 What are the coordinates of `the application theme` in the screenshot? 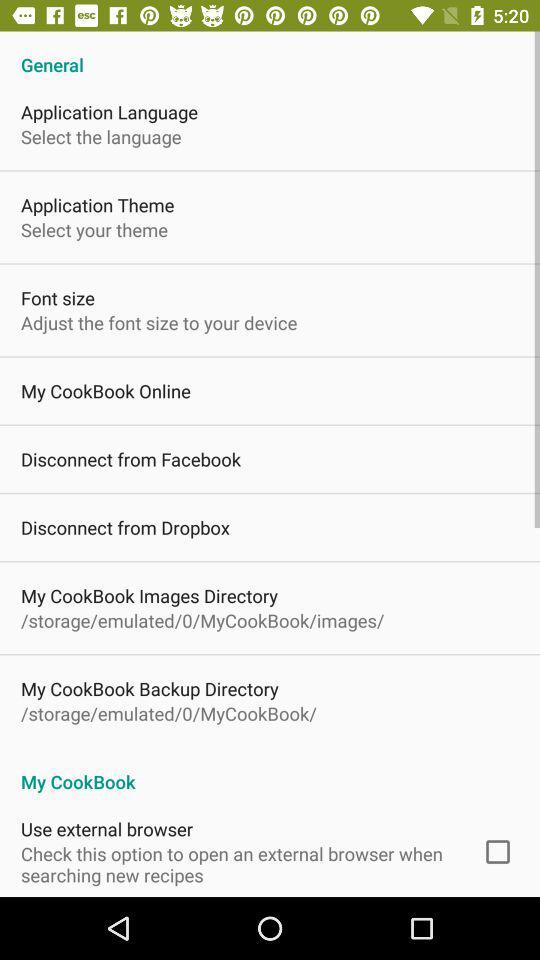 It's located at (96, 205).